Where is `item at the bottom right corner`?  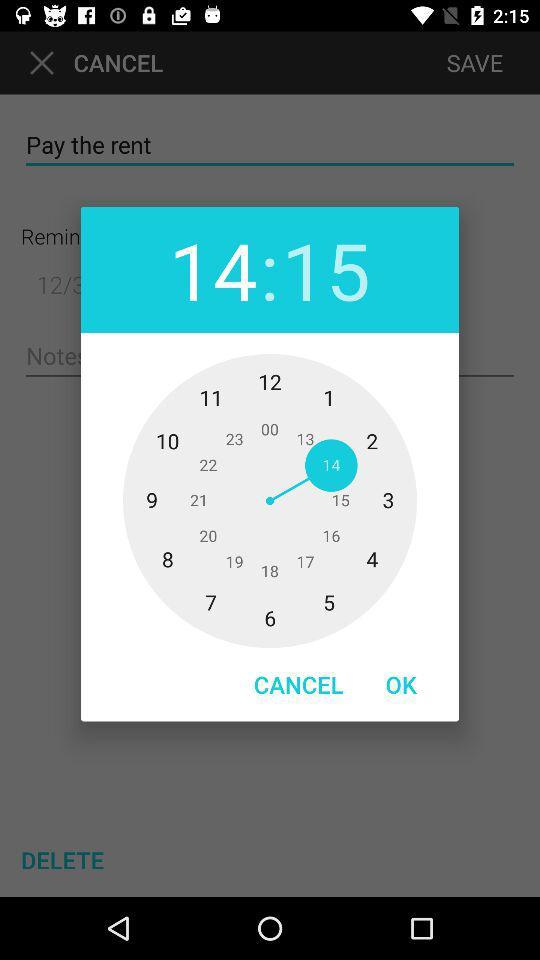
item at the bottom right corner is located at coordinates (401, 684).